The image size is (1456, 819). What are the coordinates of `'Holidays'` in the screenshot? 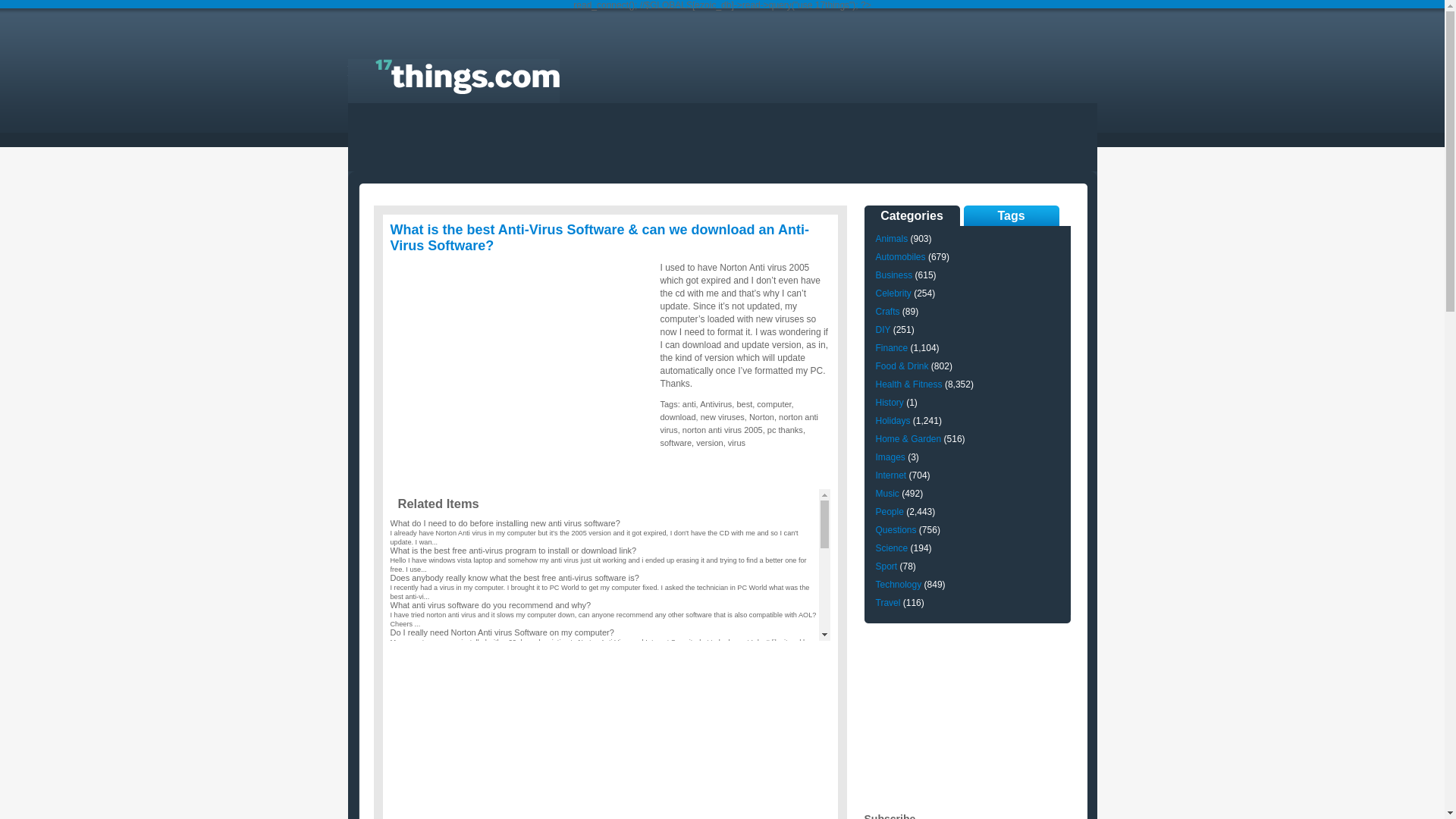 It's located at (892, 421).